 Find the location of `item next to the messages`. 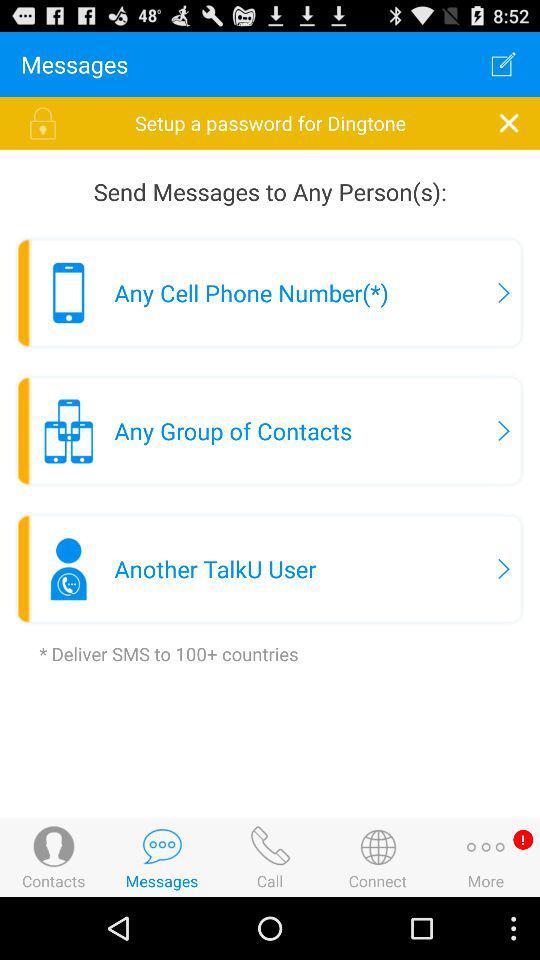

item next to the messages is located at coordinates (502, 64).